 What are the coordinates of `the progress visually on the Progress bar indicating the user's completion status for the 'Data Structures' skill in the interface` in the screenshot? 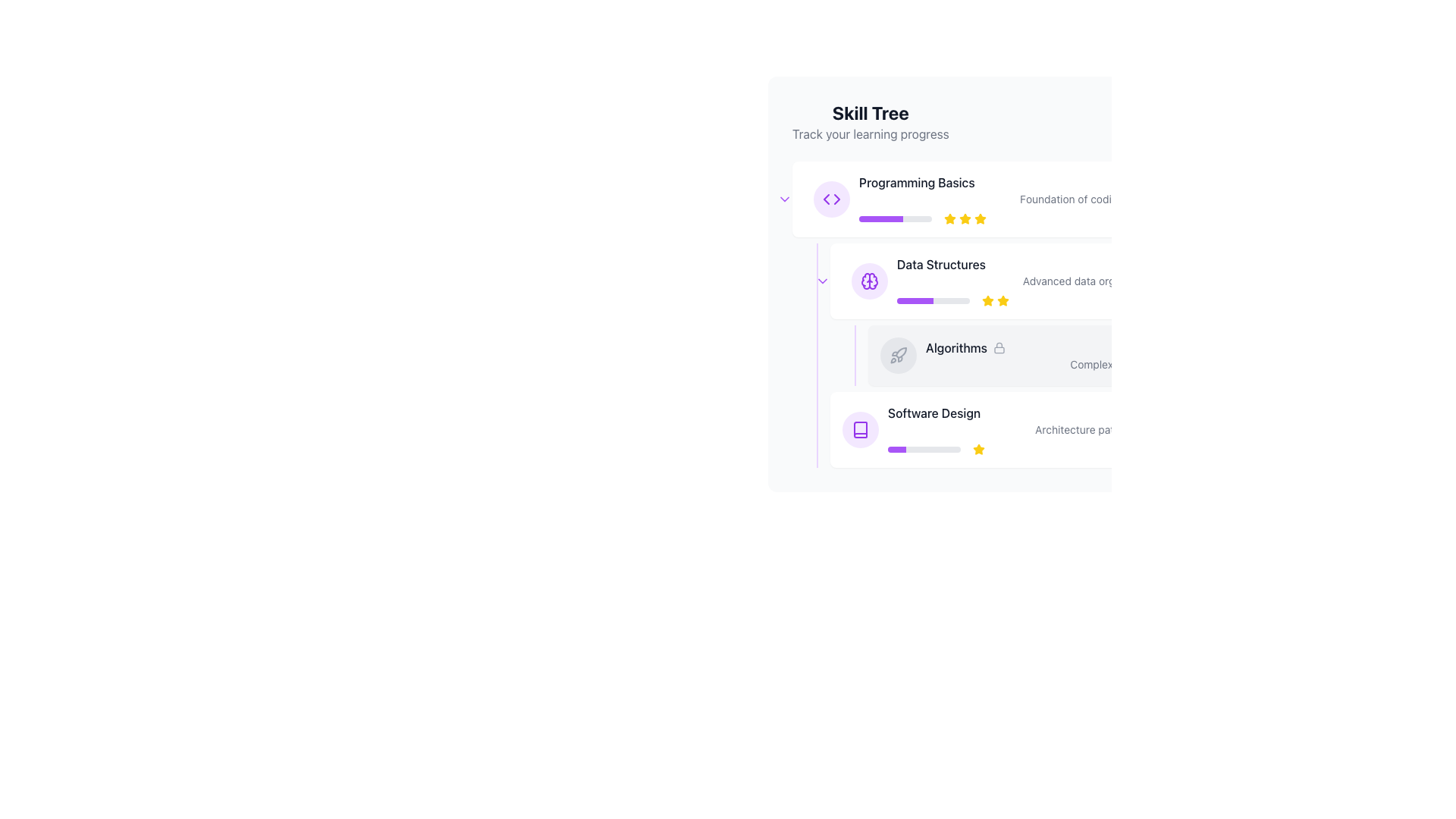 It's located at (914, 301).